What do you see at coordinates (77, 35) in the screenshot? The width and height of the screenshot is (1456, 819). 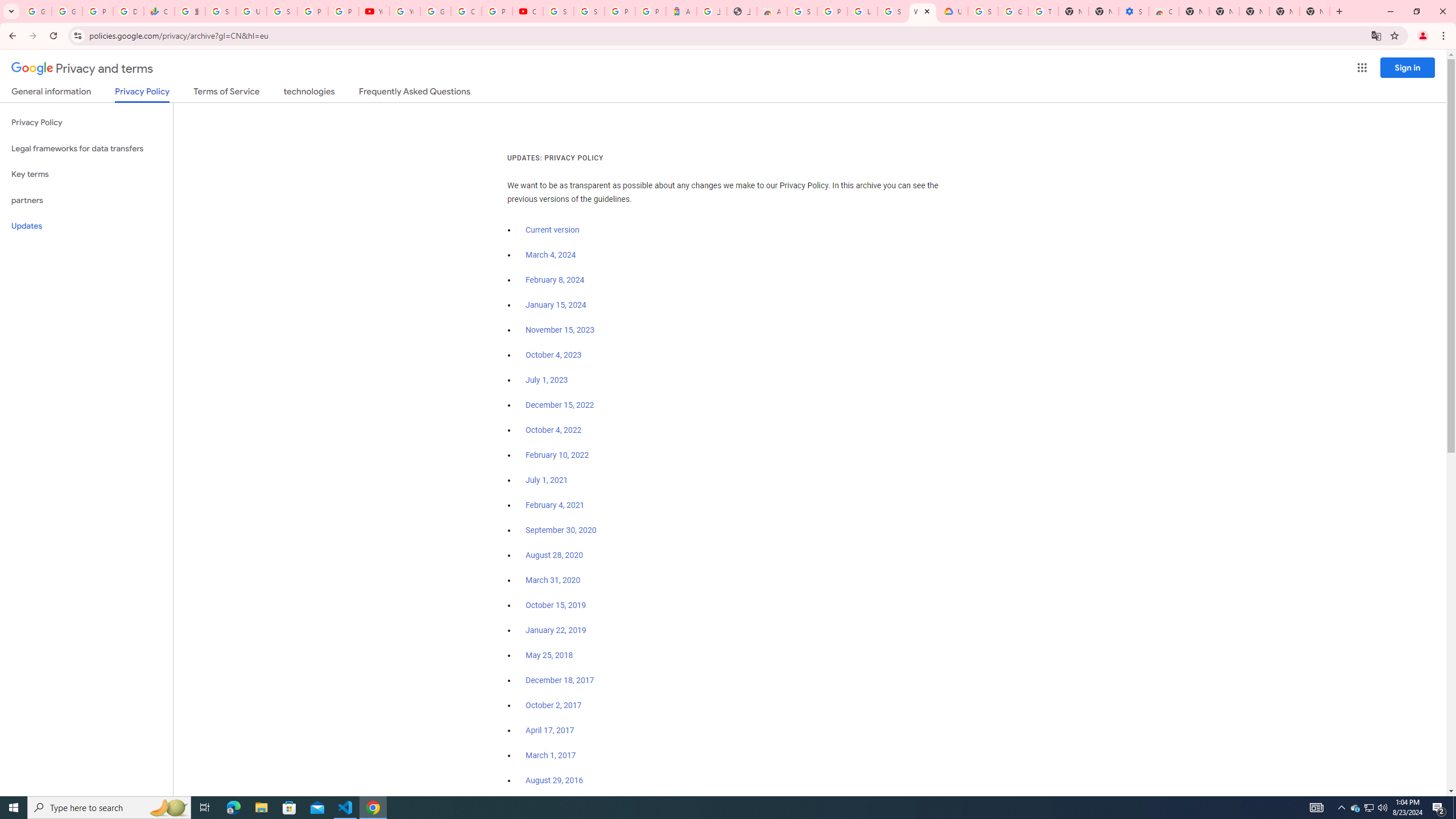 I see `'View site information'` at bounding box center [77, 35].